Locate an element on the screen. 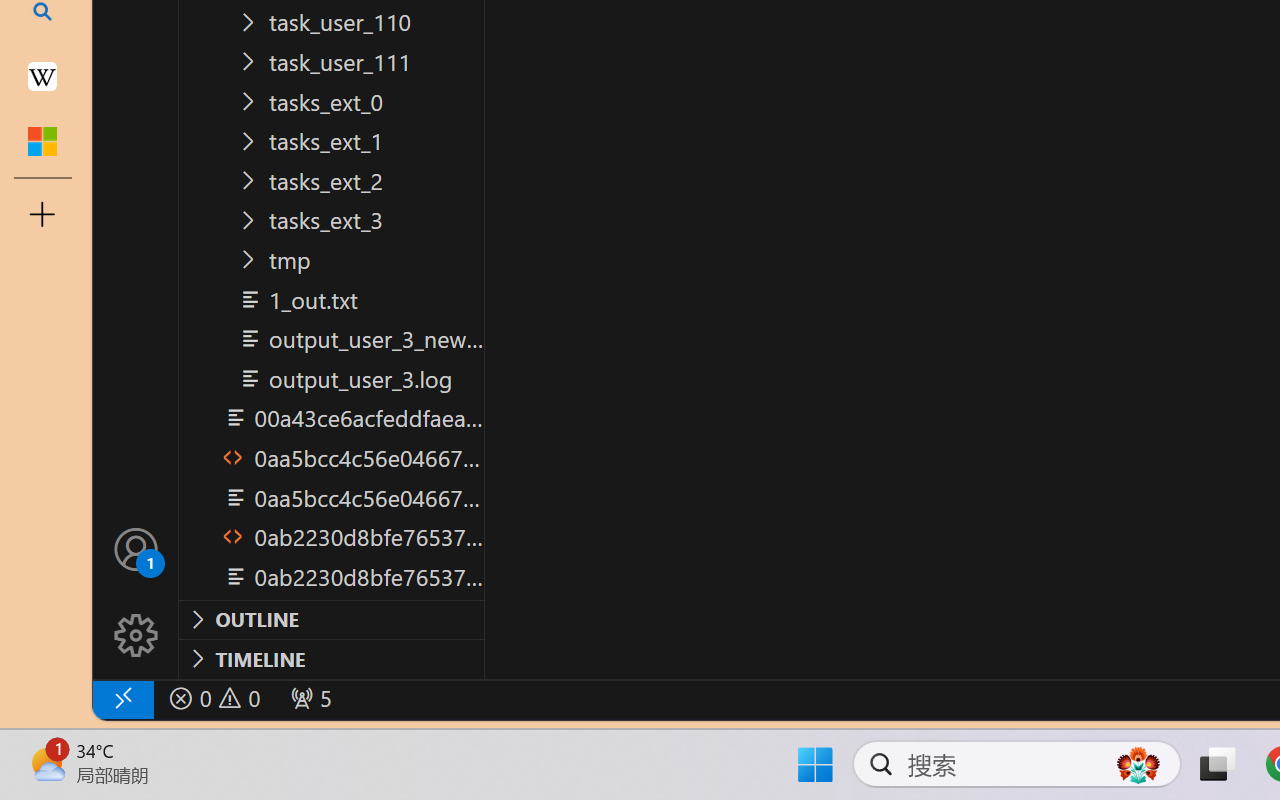  'Earth - Wikipedia' is located at coordinates (42, 76).